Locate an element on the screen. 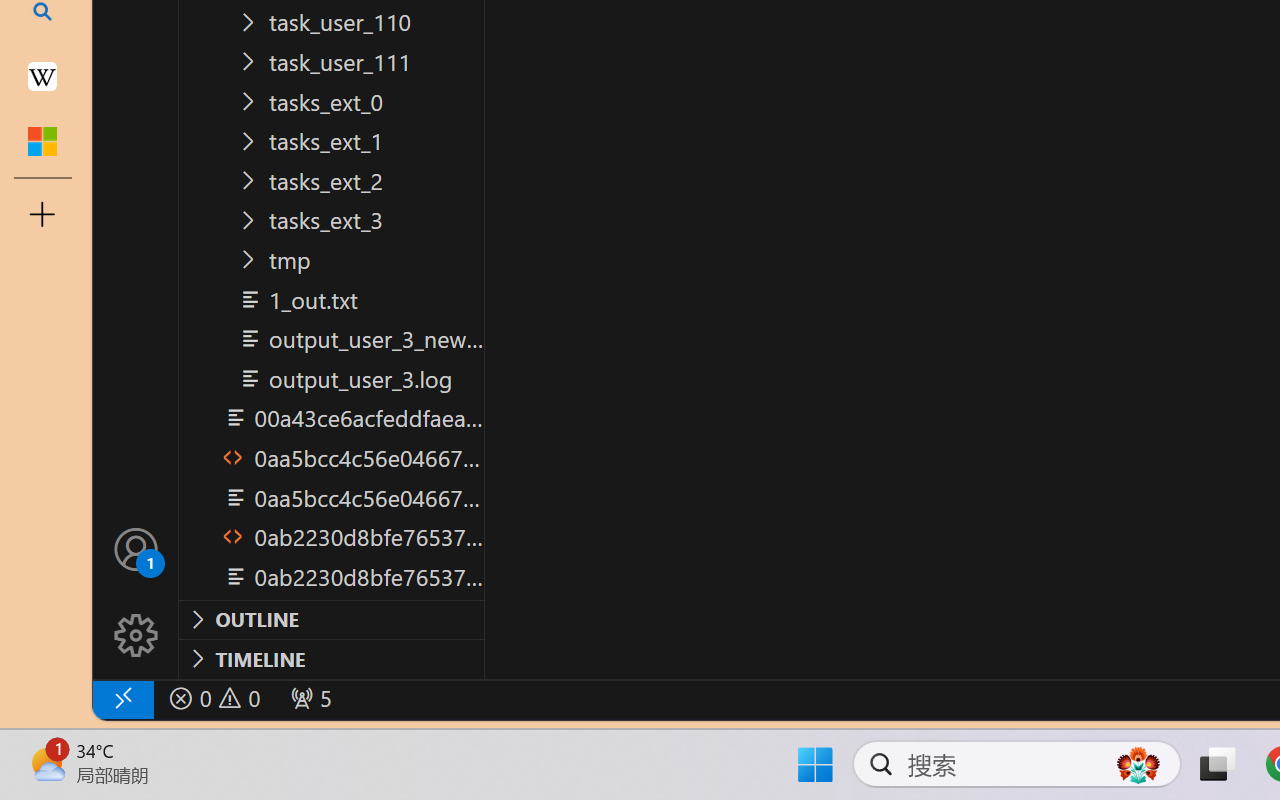  'Earth - Wikipedia' is located at coordinates (42, 76).